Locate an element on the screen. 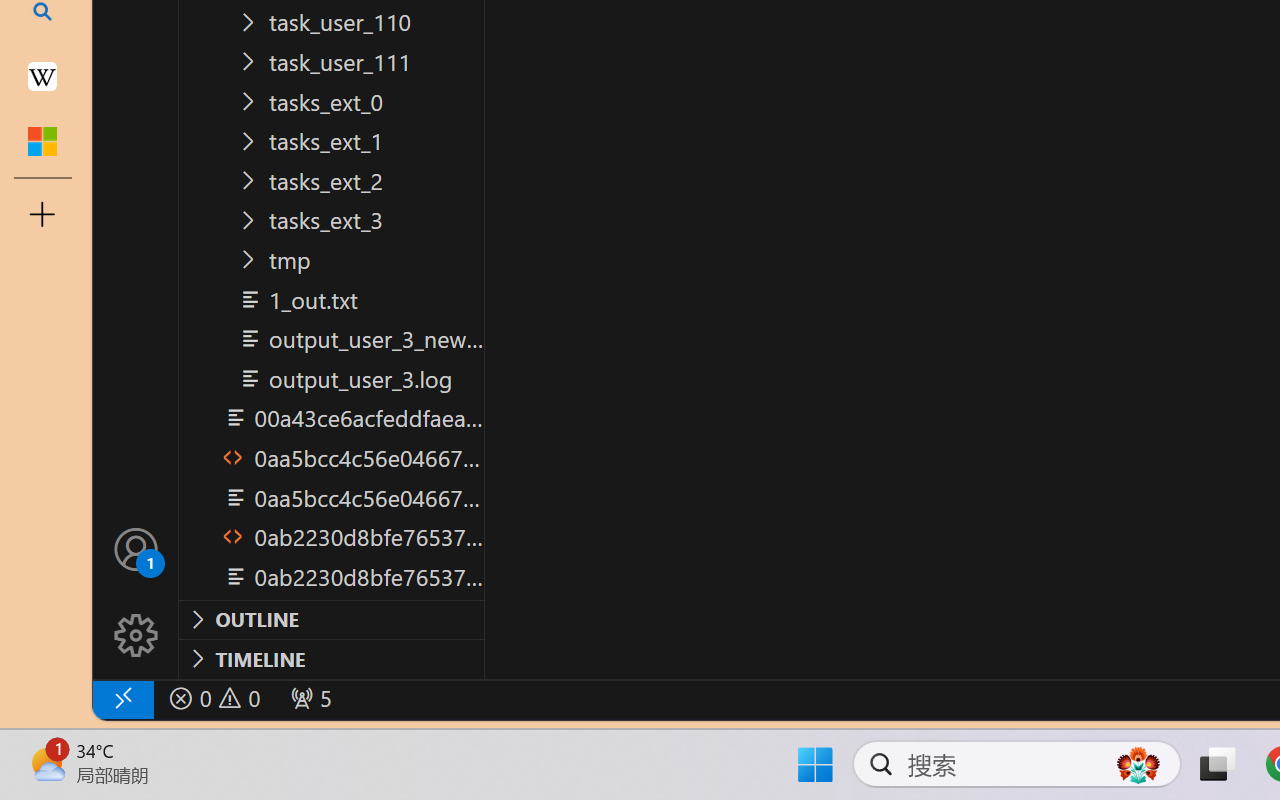  'Earth - Wikipedia' is located at coordinates (42, 76).